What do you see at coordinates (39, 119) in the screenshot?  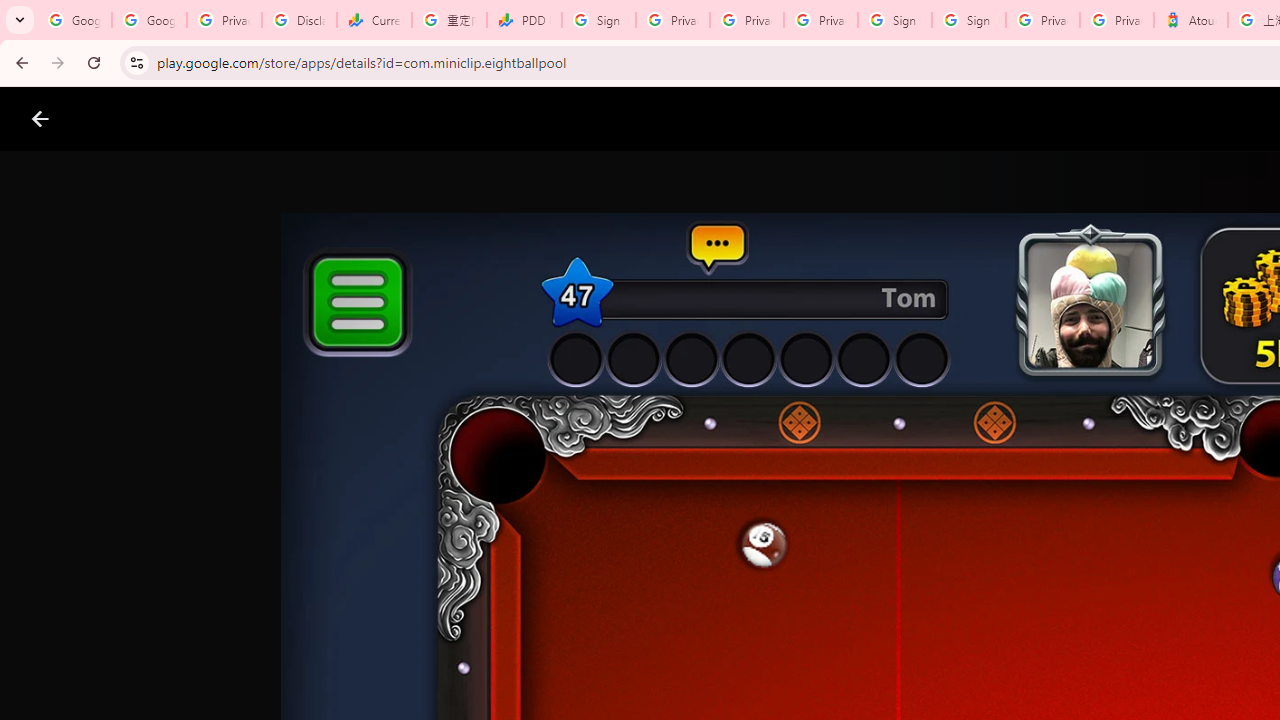 I see `'Close screenshot viewer'` at bounding box center [39, 119].